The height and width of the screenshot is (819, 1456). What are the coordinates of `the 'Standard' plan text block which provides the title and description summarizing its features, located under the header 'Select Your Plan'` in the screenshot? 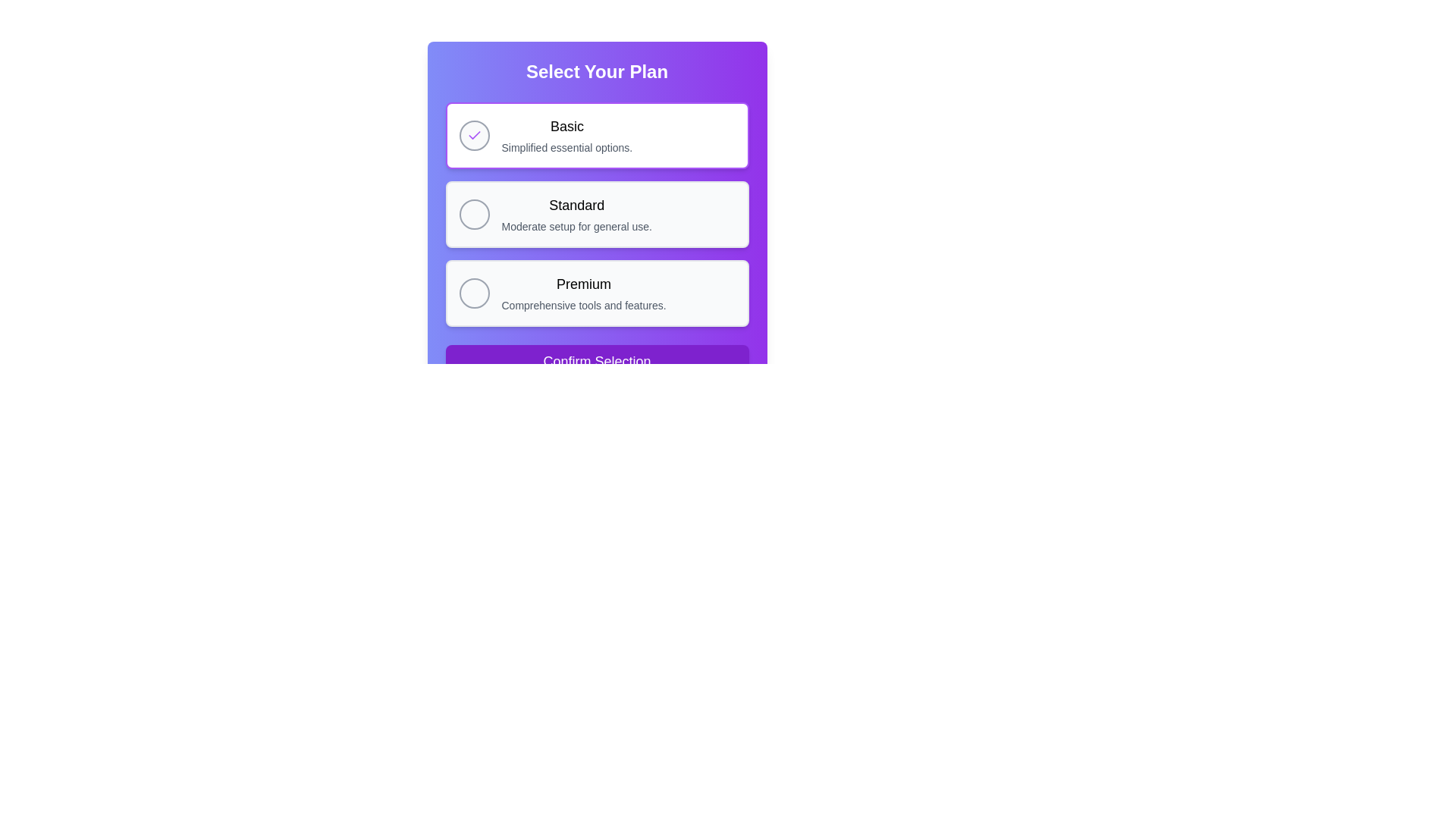 It's located at (576, 214).